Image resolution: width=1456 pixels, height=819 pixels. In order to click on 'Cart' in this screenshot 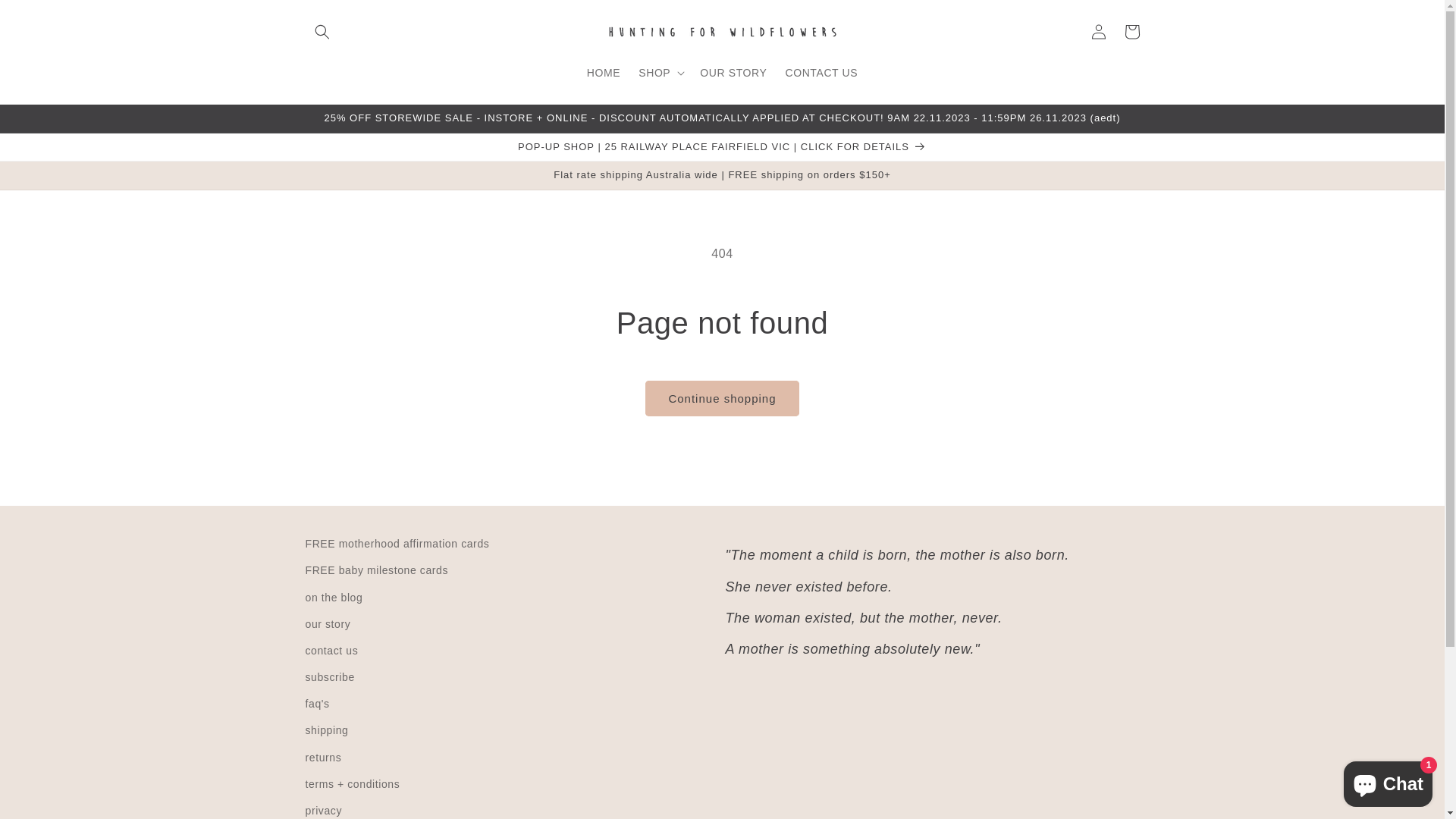, I will do `click(1131, 32)`.